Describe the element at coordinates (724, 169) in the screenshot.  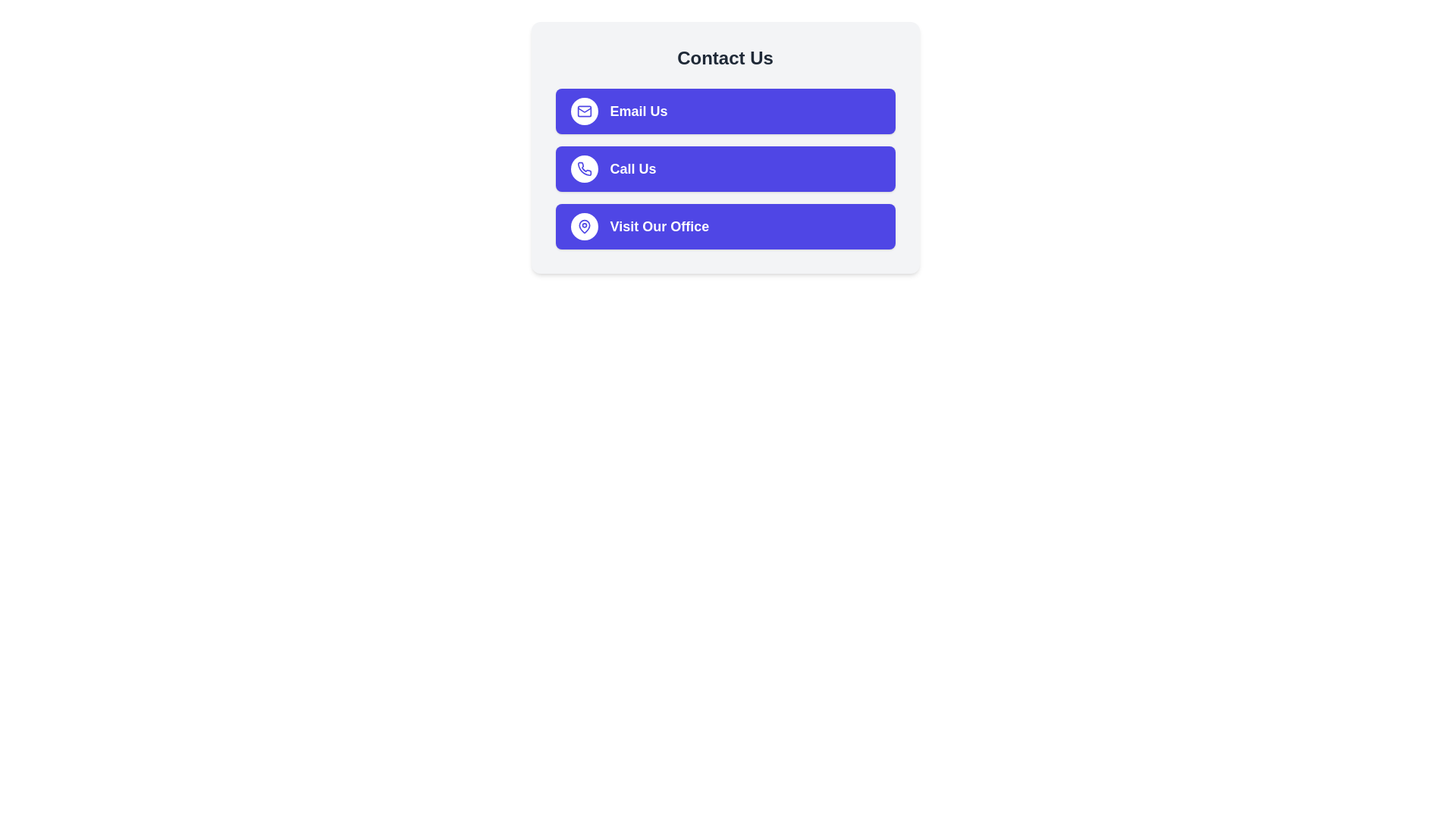
I see `the blue and white styled button located in the center of the contact section, which is the second of three action buttons, to initiate a call` at that location.